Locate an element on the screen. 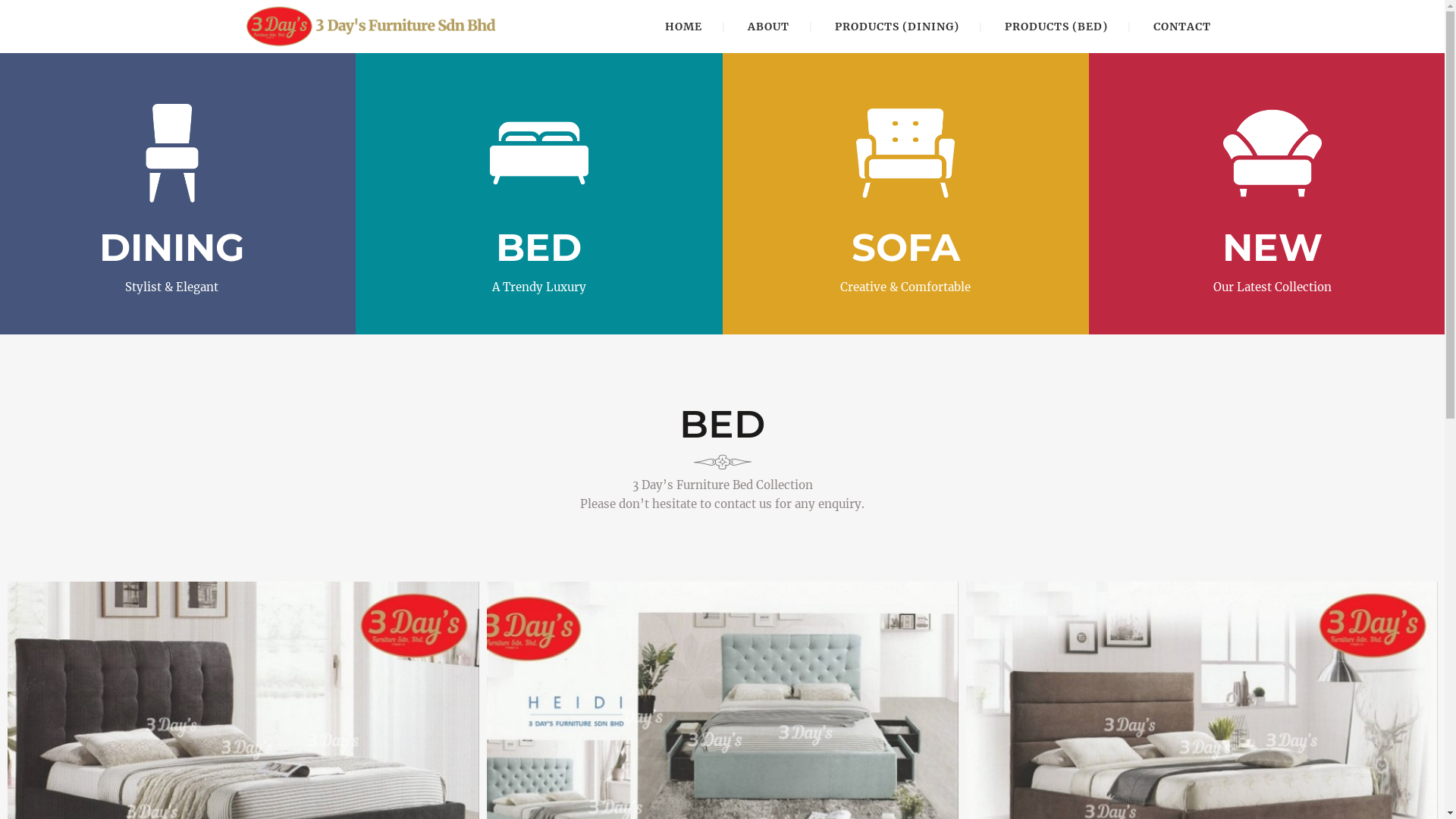  'HOME' is located at coordinates (682, 26).